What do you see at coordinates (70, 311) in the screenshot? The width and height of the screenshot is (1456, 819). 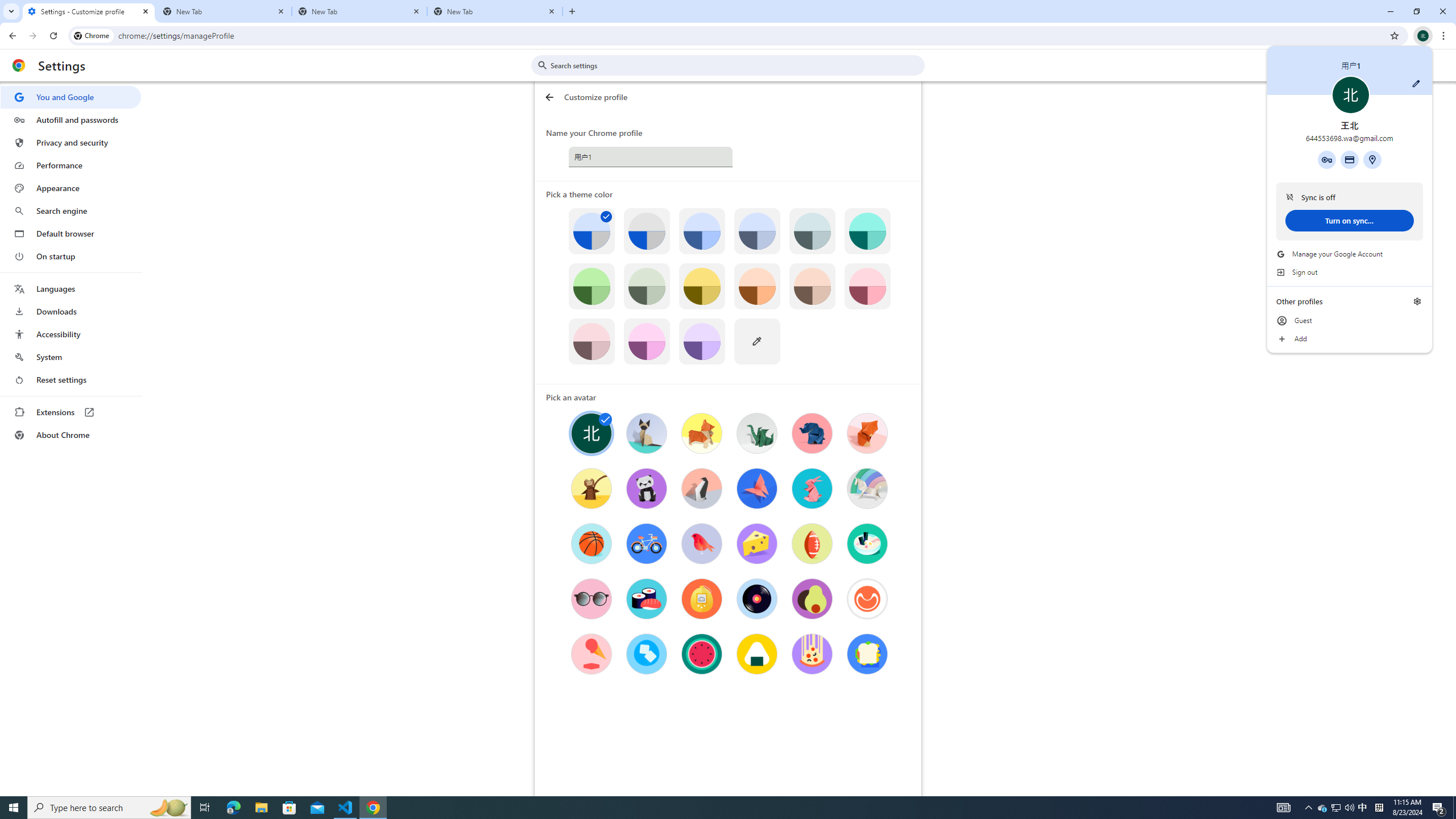 I see `'Downloads'` at bounding box center [70, 311].